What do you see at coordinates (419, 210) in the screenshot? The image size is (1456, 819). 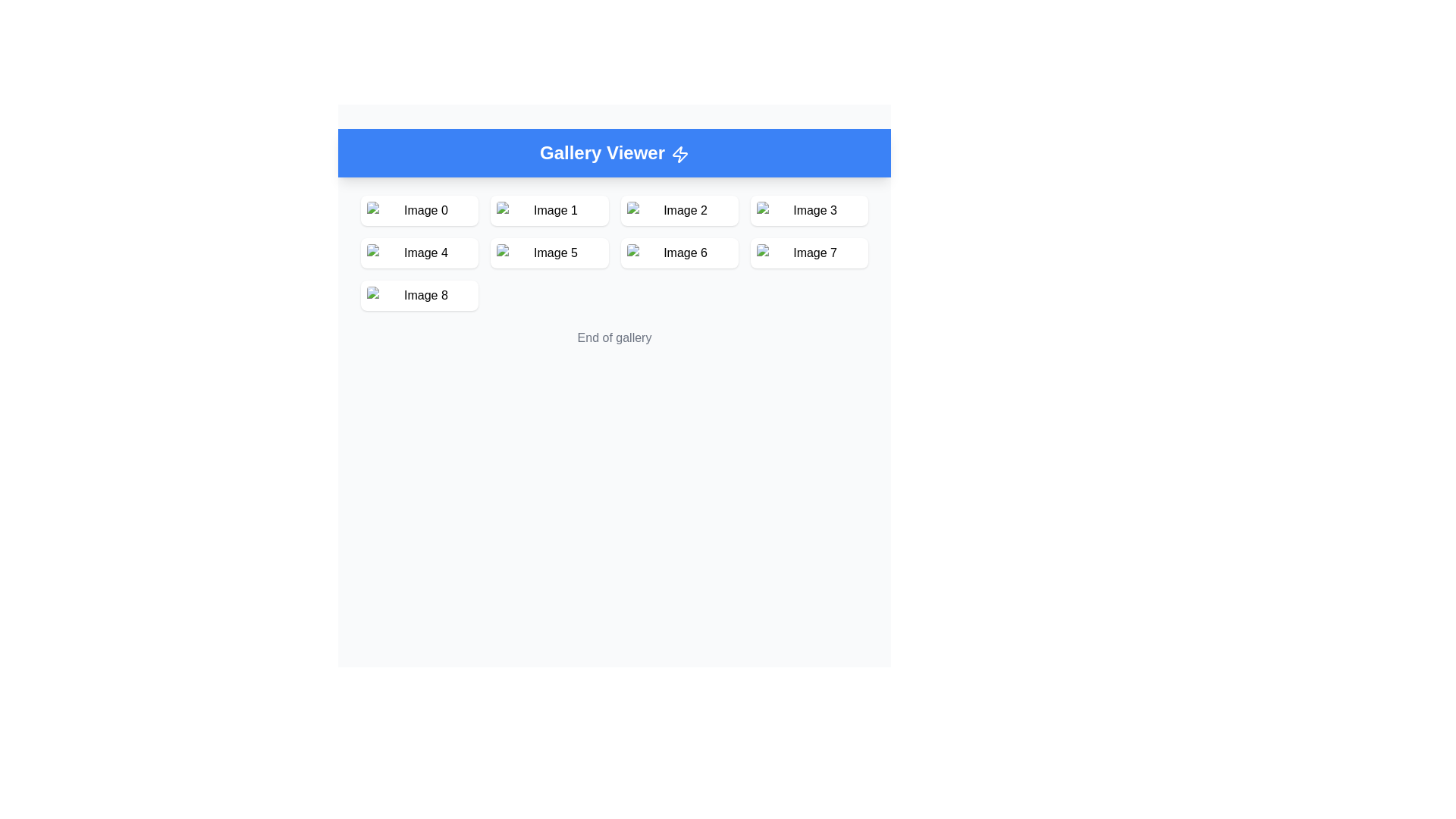 I see `the thumbnail image labeled 'Img0' in the gallery view` at bounding box center [419, 210].